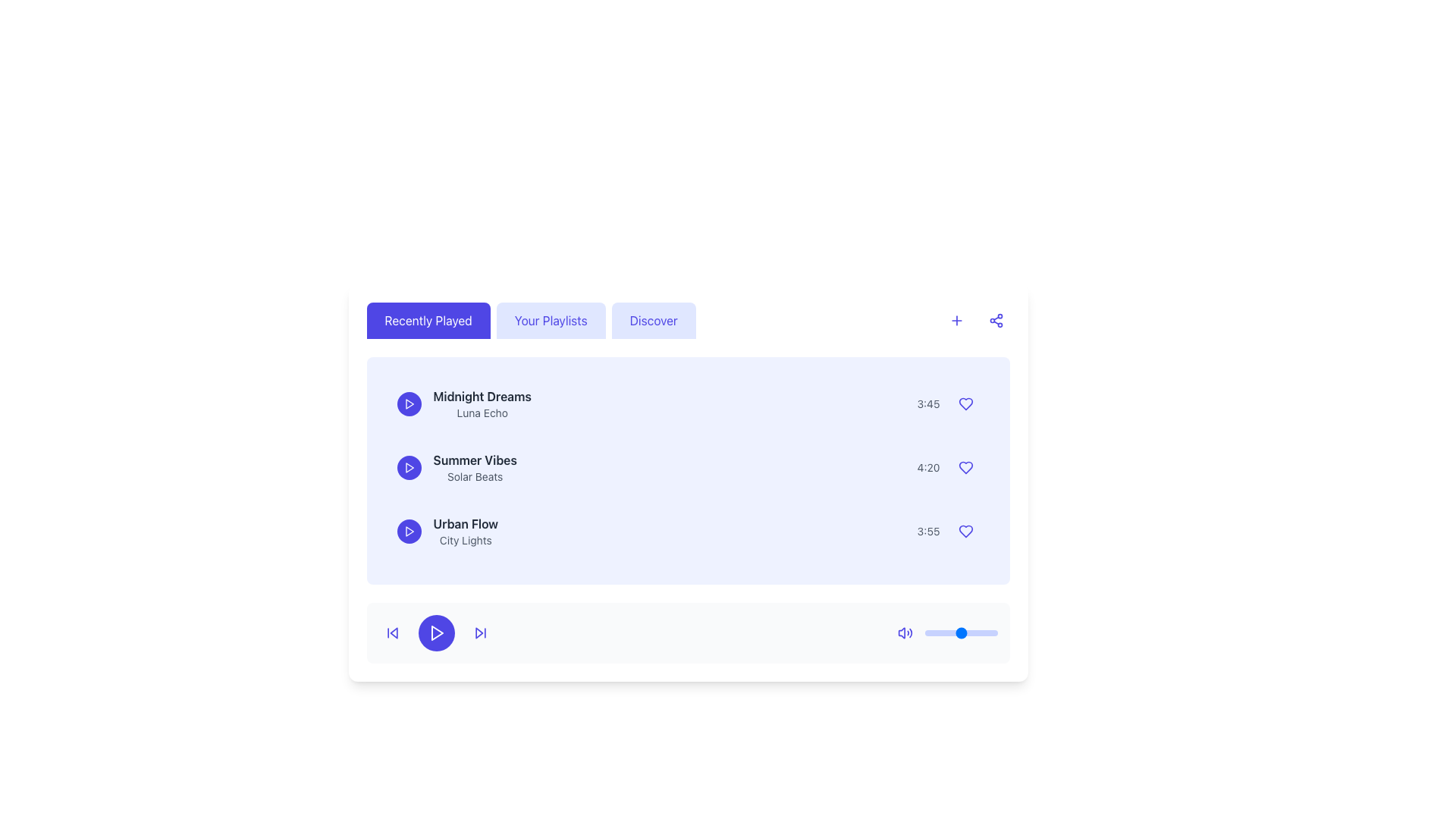 This screenshot has width=1456, height=819. What do you see at coordinates (479, 632) in the screenshot?
I see `the 'Skip Forward' button located in the bottom-center control panel, which is the third button from the left` at bounding box center [479, 632].